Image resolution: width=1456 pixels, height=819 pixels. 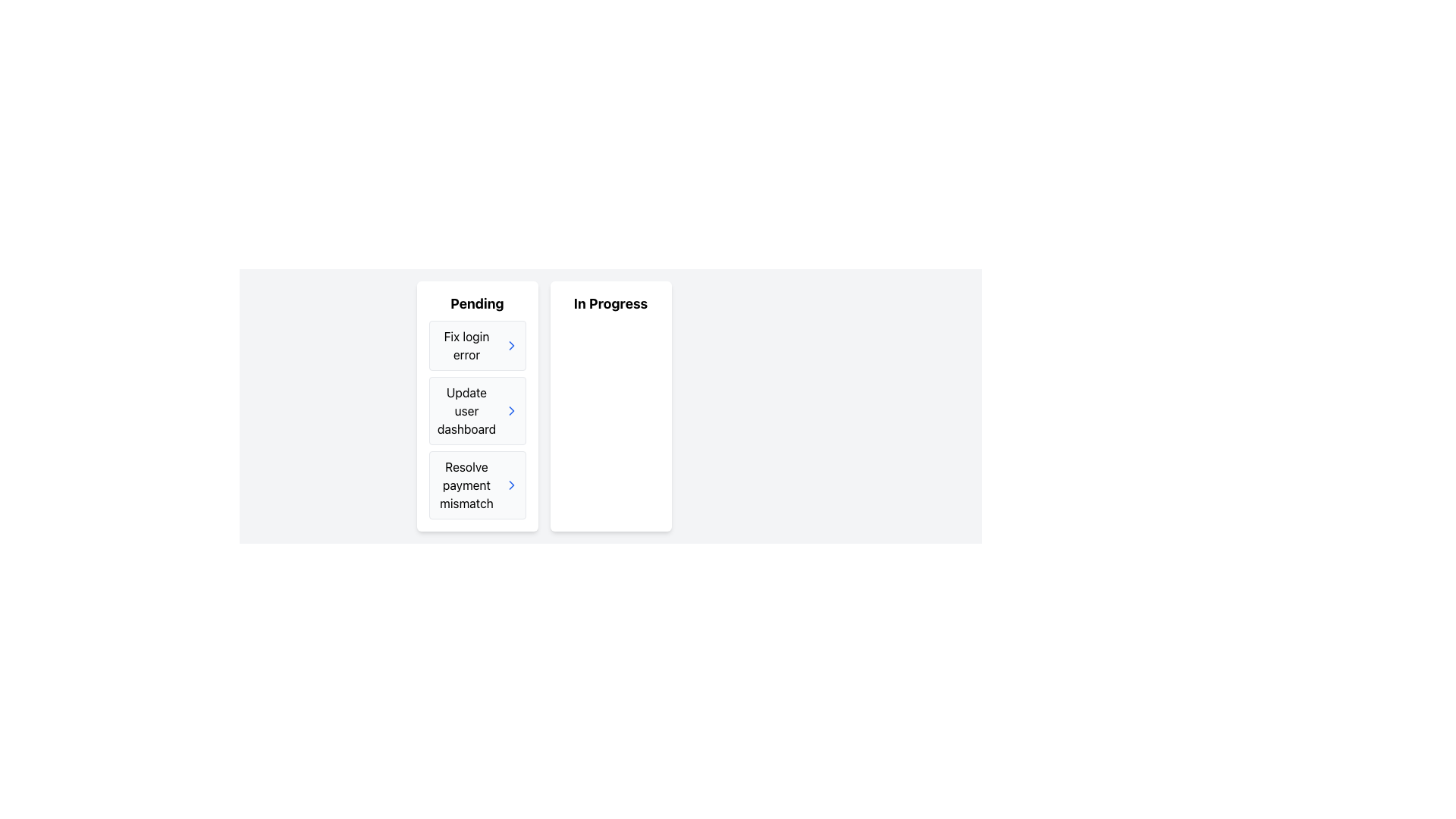 What do you see at coordinates (476, 420) in the screenshot?
I see `on the second item in the 'Pending' section of the task list` at bounding box center [476, 420].